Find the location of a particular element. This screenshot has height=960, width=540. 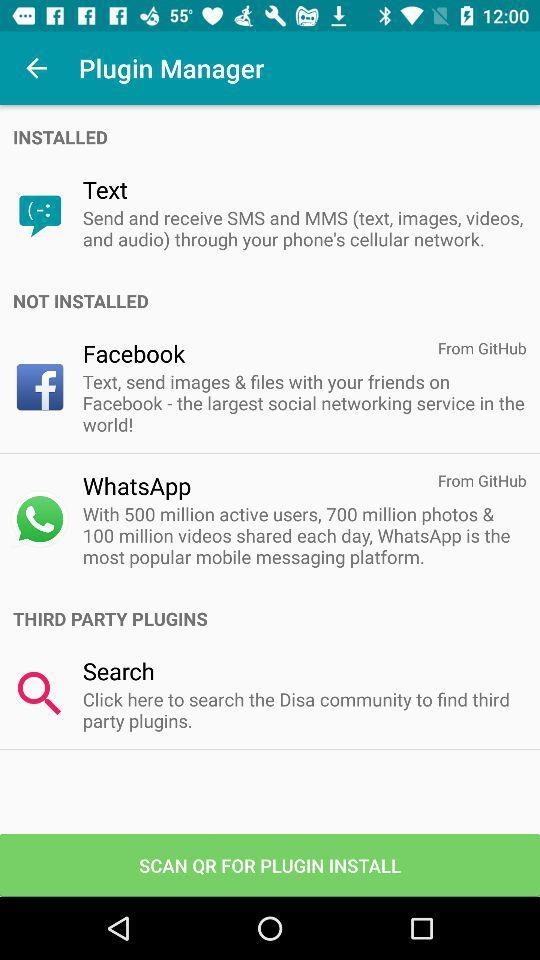

item to the left of the plugin manager icon is located at coordinates (36, 68).